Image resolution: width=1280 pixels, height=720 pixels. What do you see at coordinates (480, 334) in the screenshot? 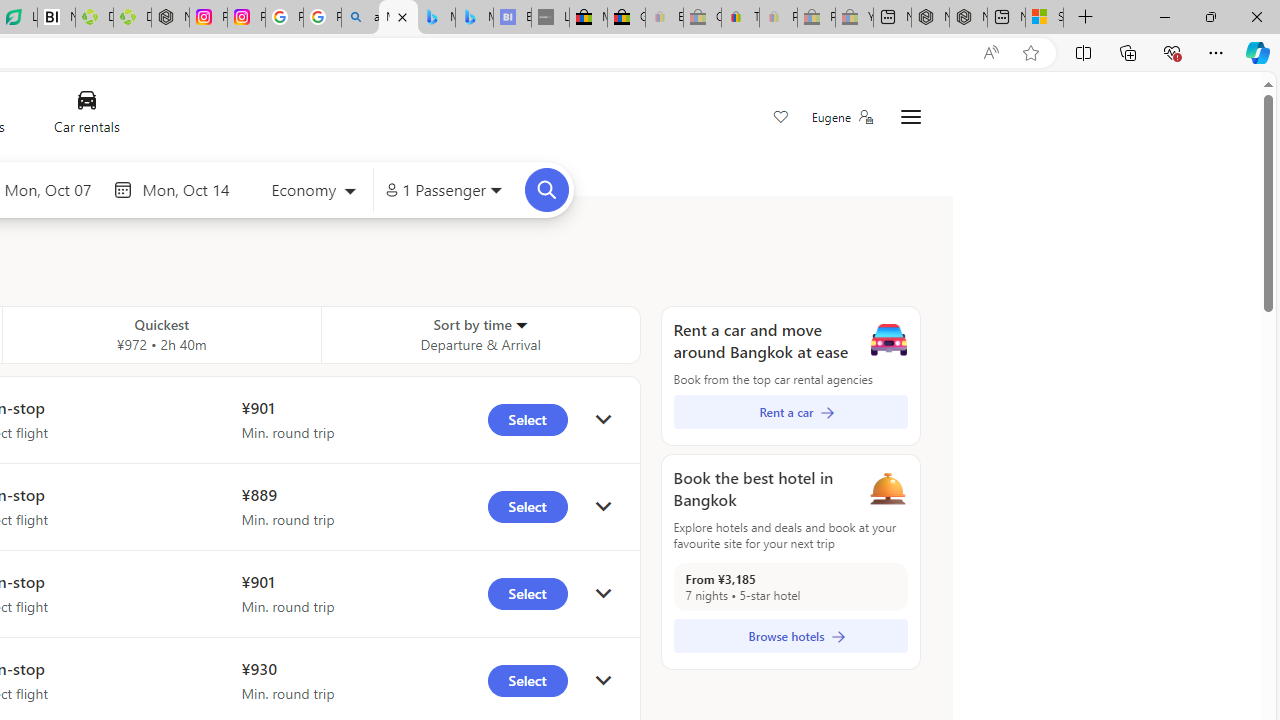
I see `'Sort by time Sorter Departure & Arrival'` at bounding box center [480, 334].